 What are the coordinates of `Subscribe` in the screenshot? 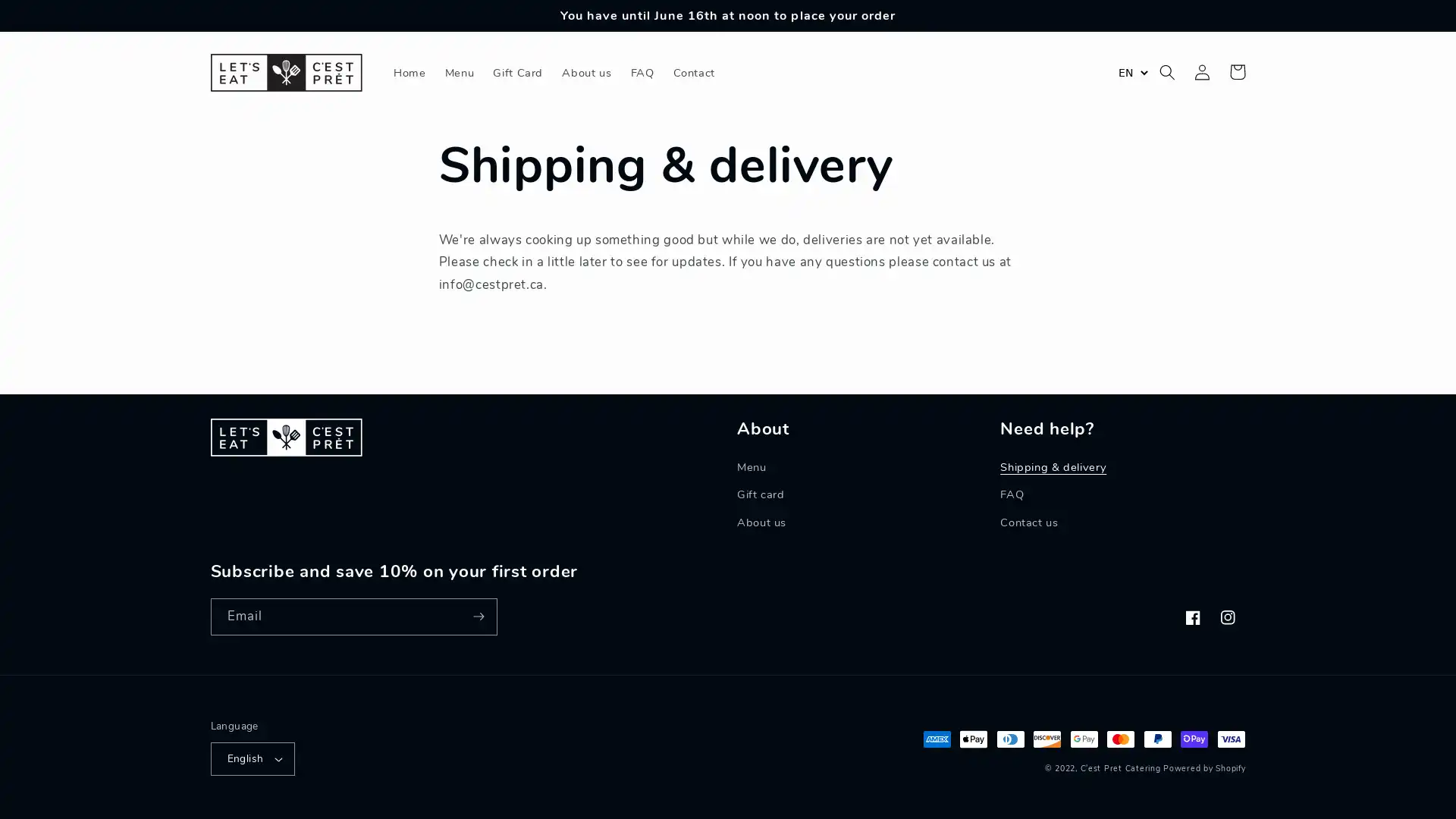 It's located at (477, 616).